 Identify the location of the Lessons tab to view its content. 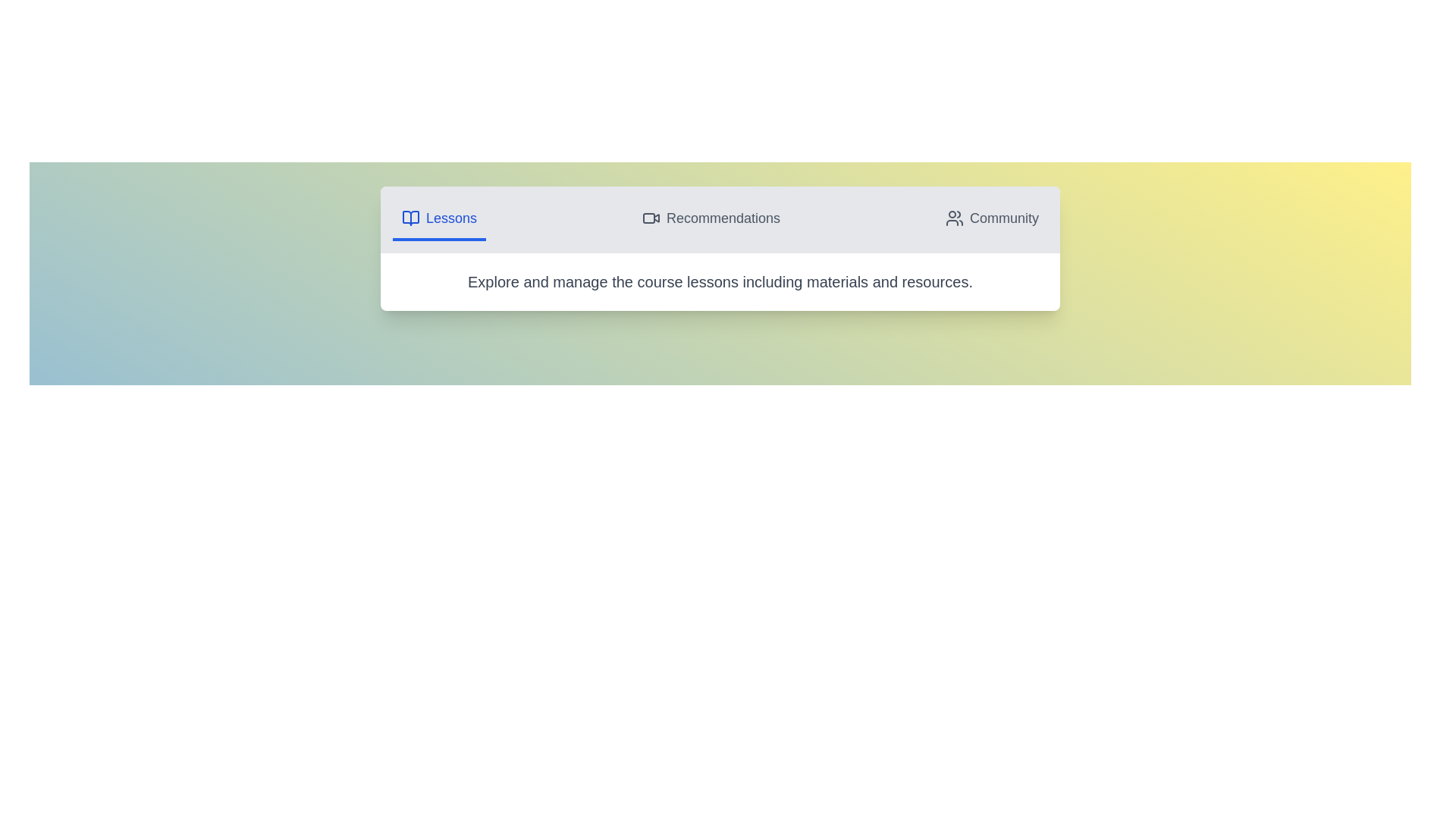
(438, 219).